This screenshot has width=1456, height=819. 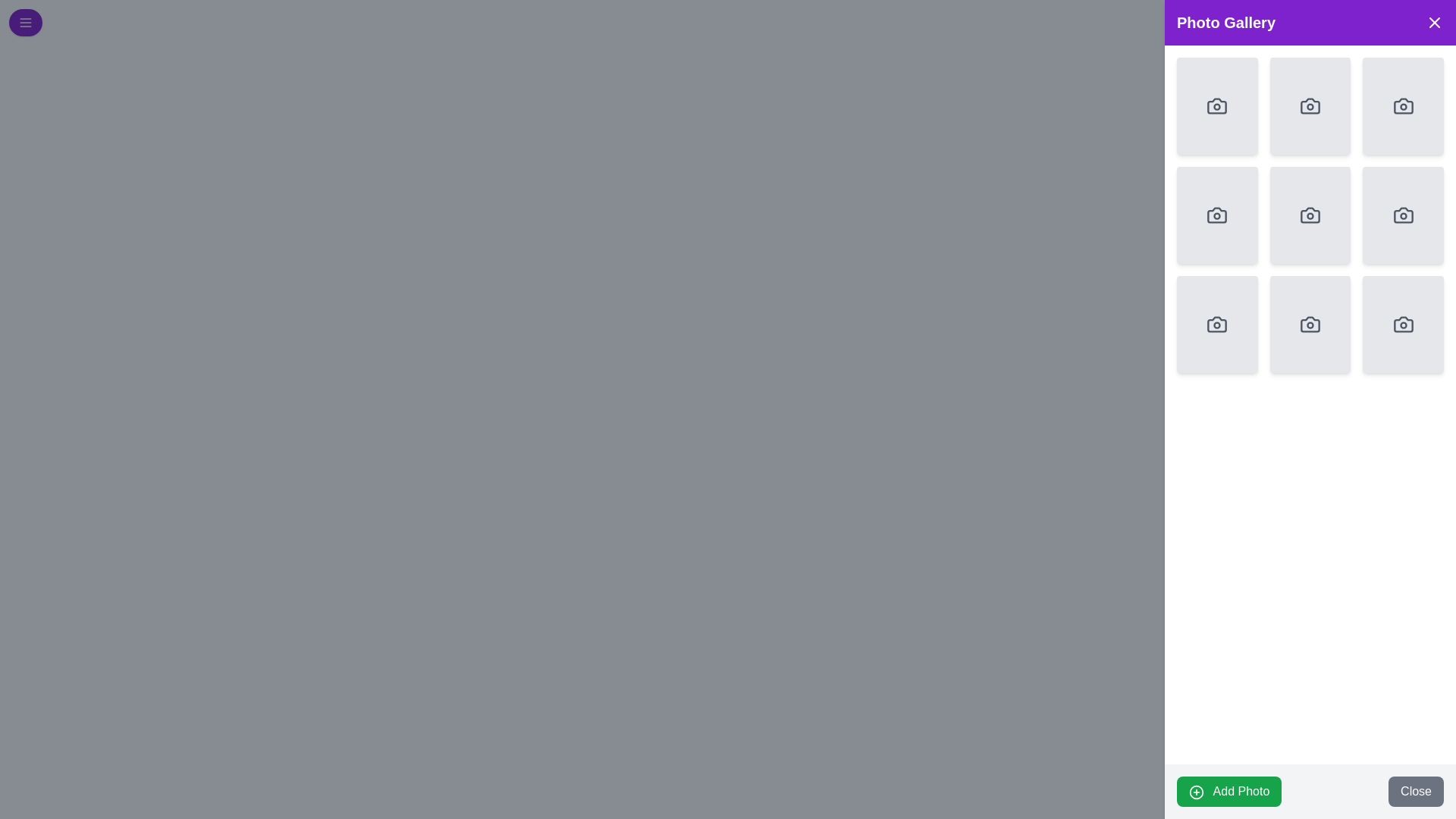 I want to click on the SVG camera icon located in the second row, second column of a 3x3 grid layout in the photo gallery feature, so click(x=1310, y=105).